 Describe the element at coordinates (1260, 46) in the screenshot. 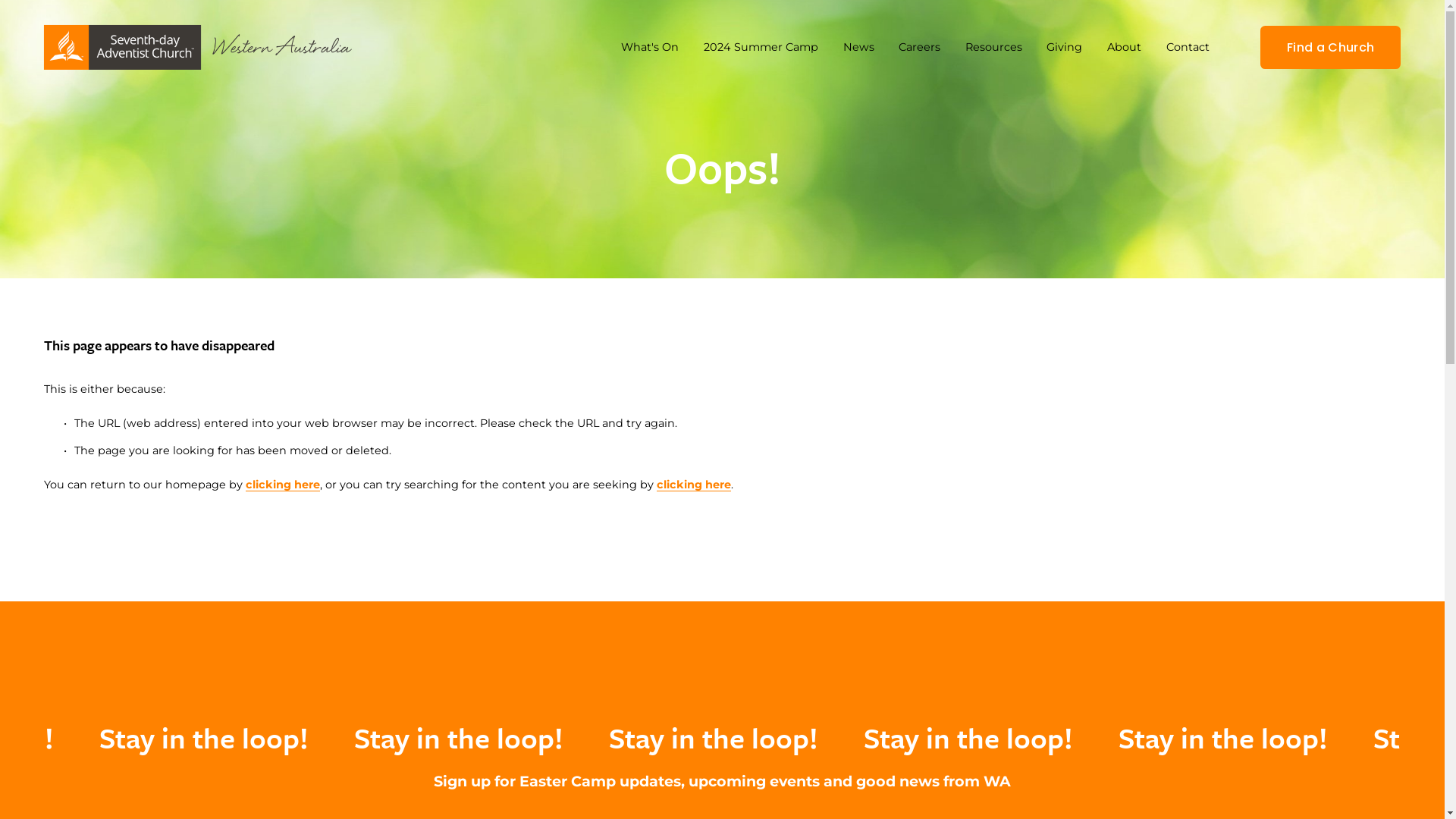

I see `'Find a Church'` at that location.